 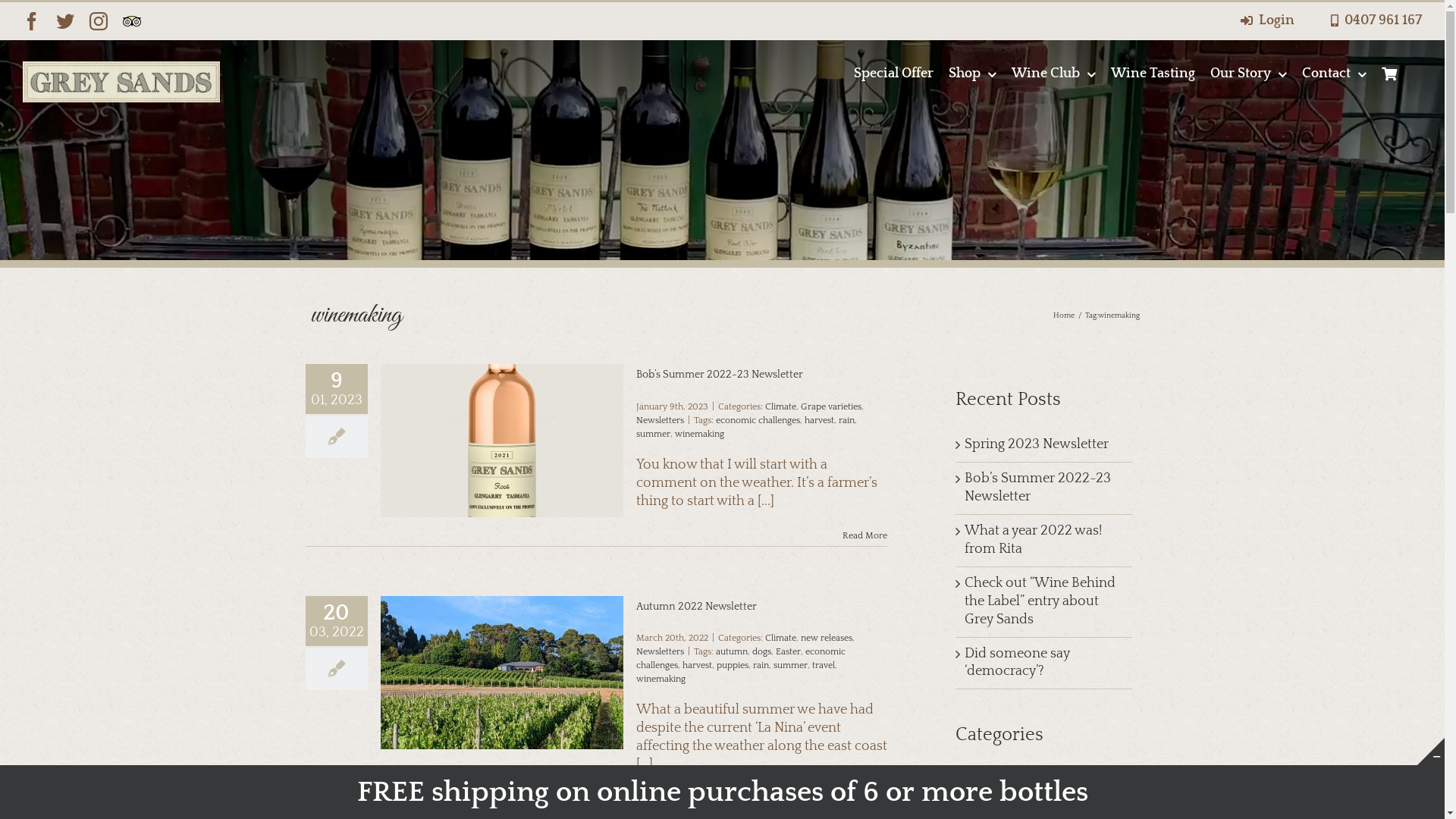 What do you see at coordinates (659, 420) in the screenshot?
I see `'Newsletters'` at bounding box center [659, 420].